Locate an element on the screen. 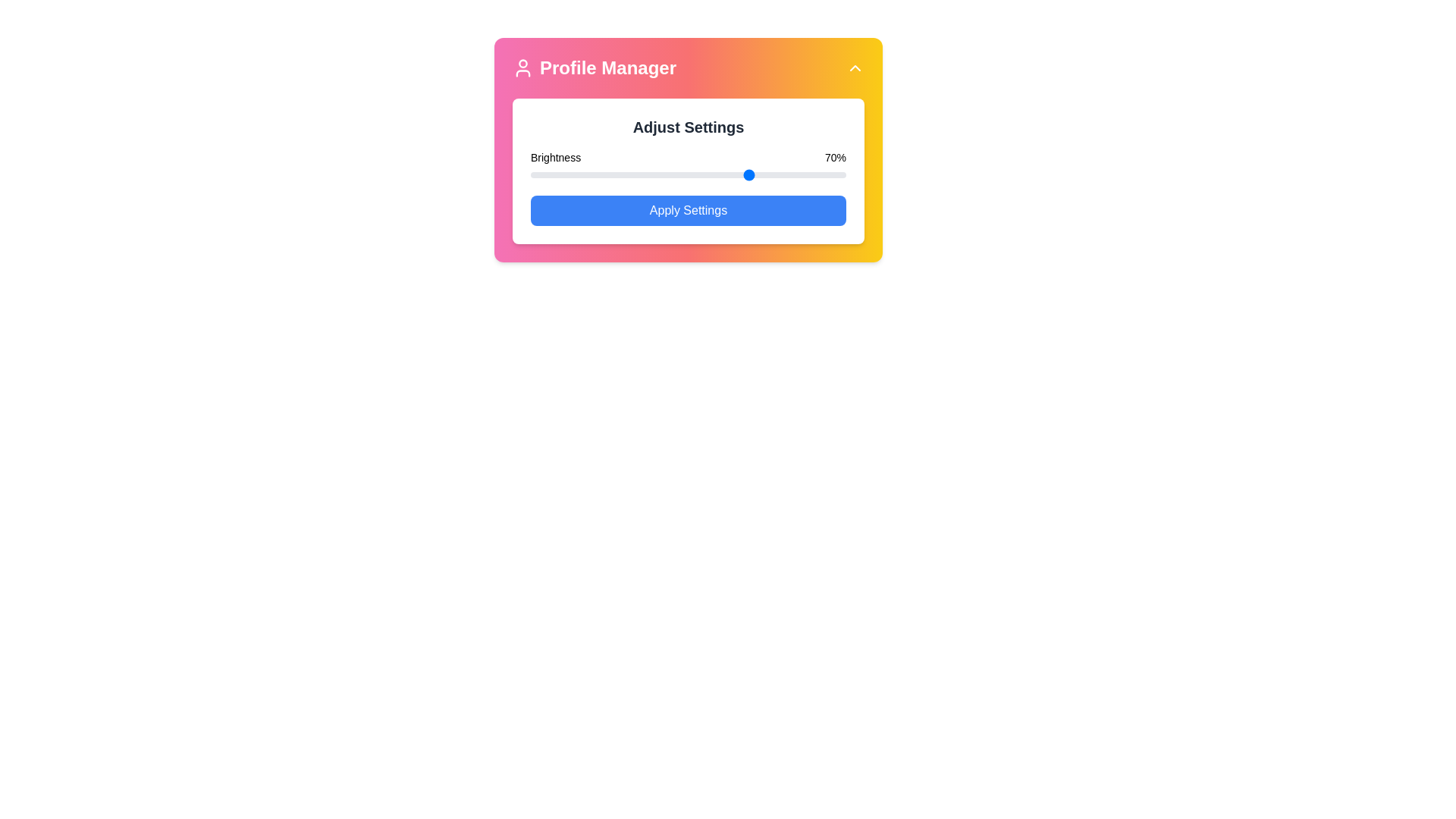  brightness is located at coordinates (660, 174).